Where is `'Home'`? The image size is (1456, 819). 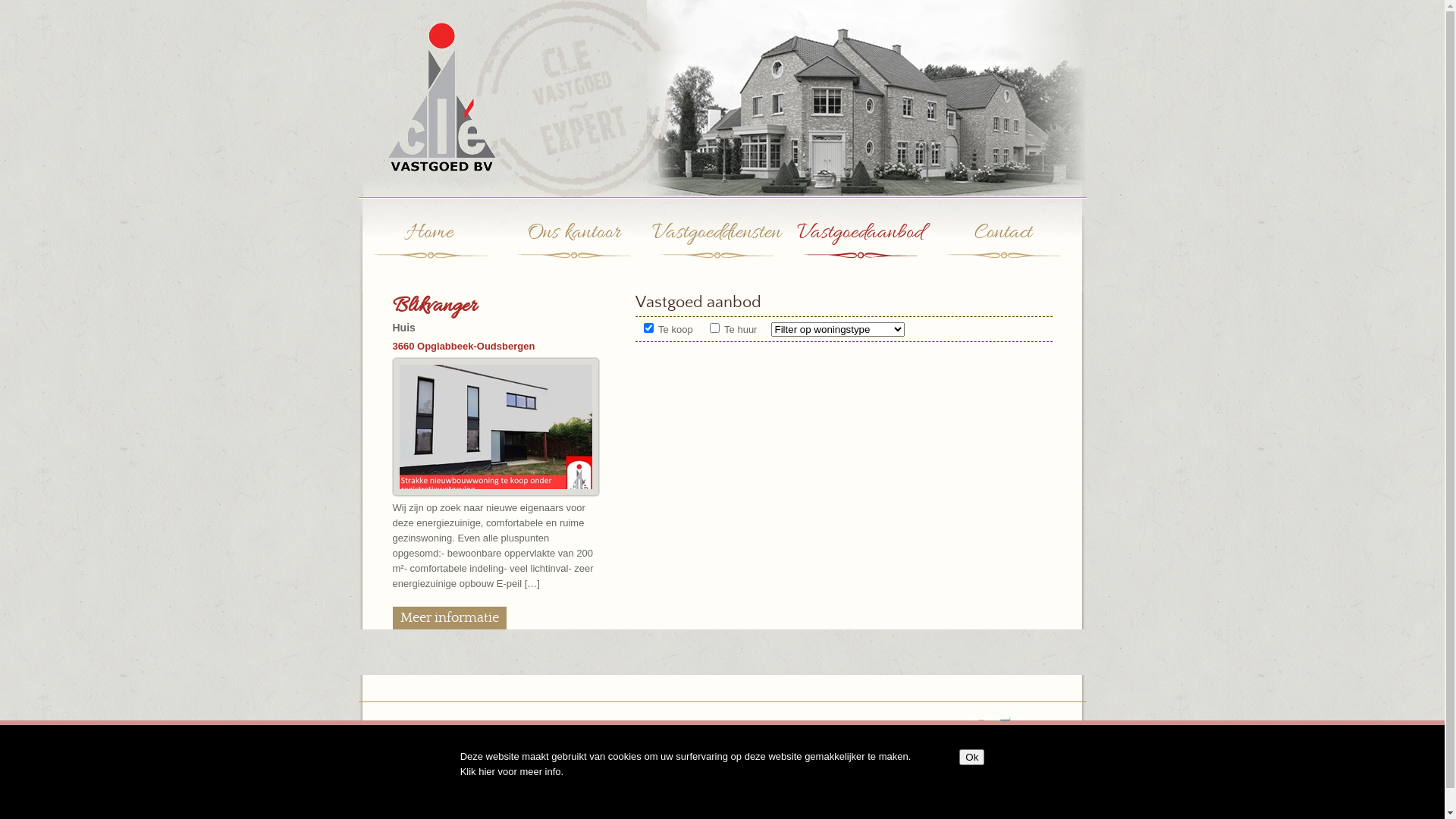
'Home' is located at coordinates (428, 247).